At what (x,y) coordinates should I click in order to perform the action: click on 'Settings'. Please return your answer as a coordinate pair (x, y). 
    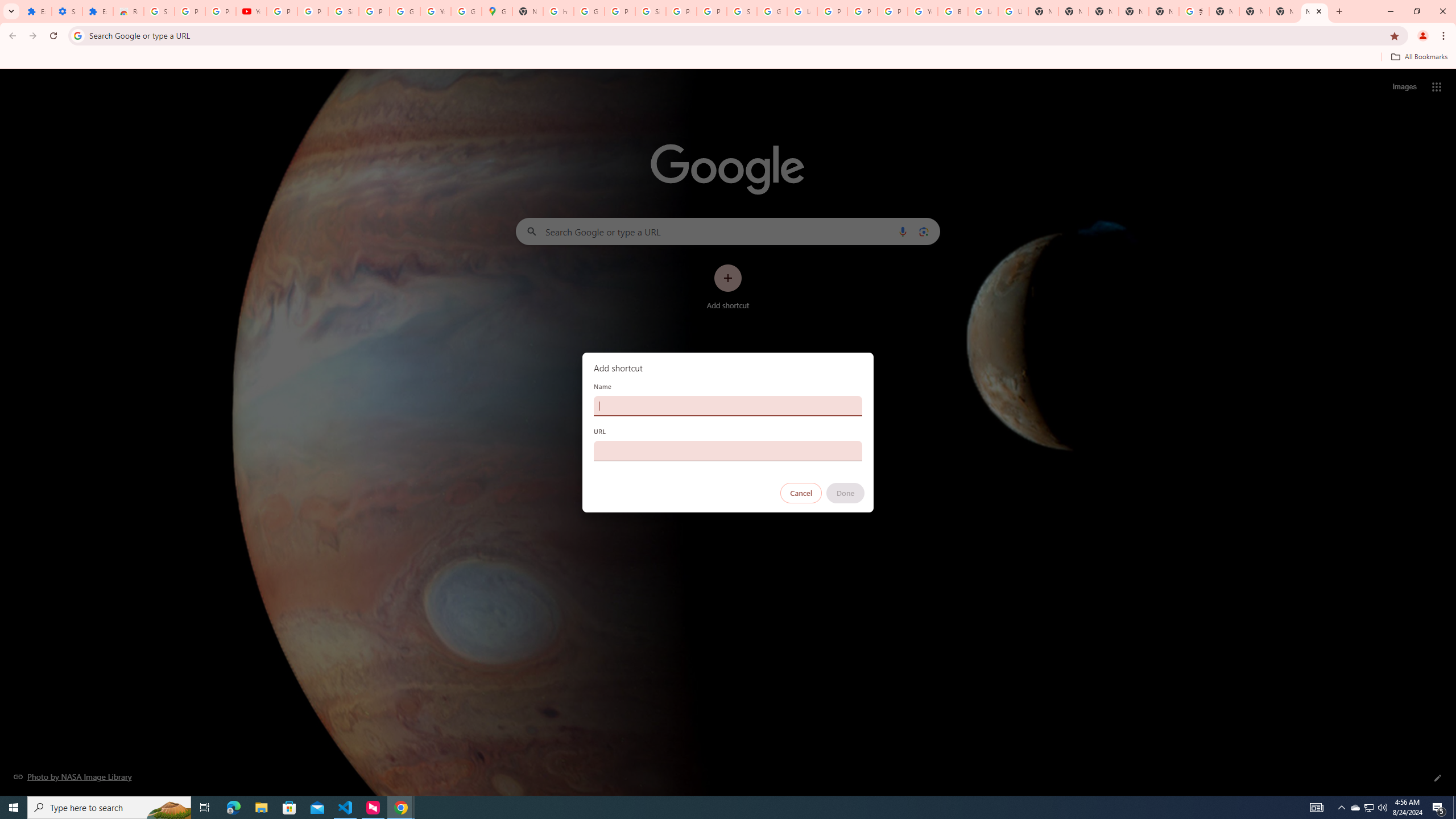
    Looking at the image, I should click on (67, 11).